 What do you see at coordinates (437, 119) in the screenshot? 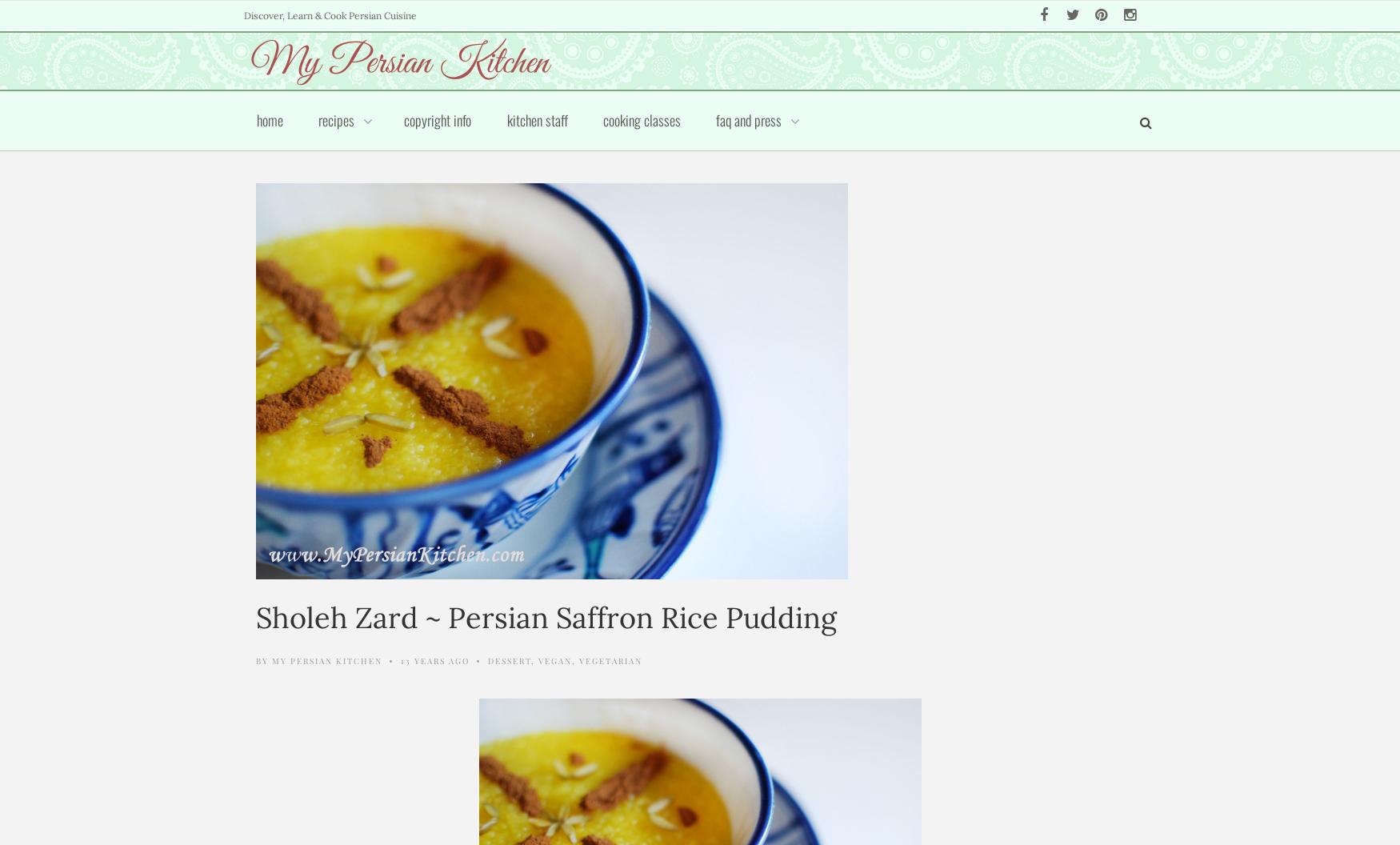
I see `'Copyright Info'` at bounding box center [437, 119].